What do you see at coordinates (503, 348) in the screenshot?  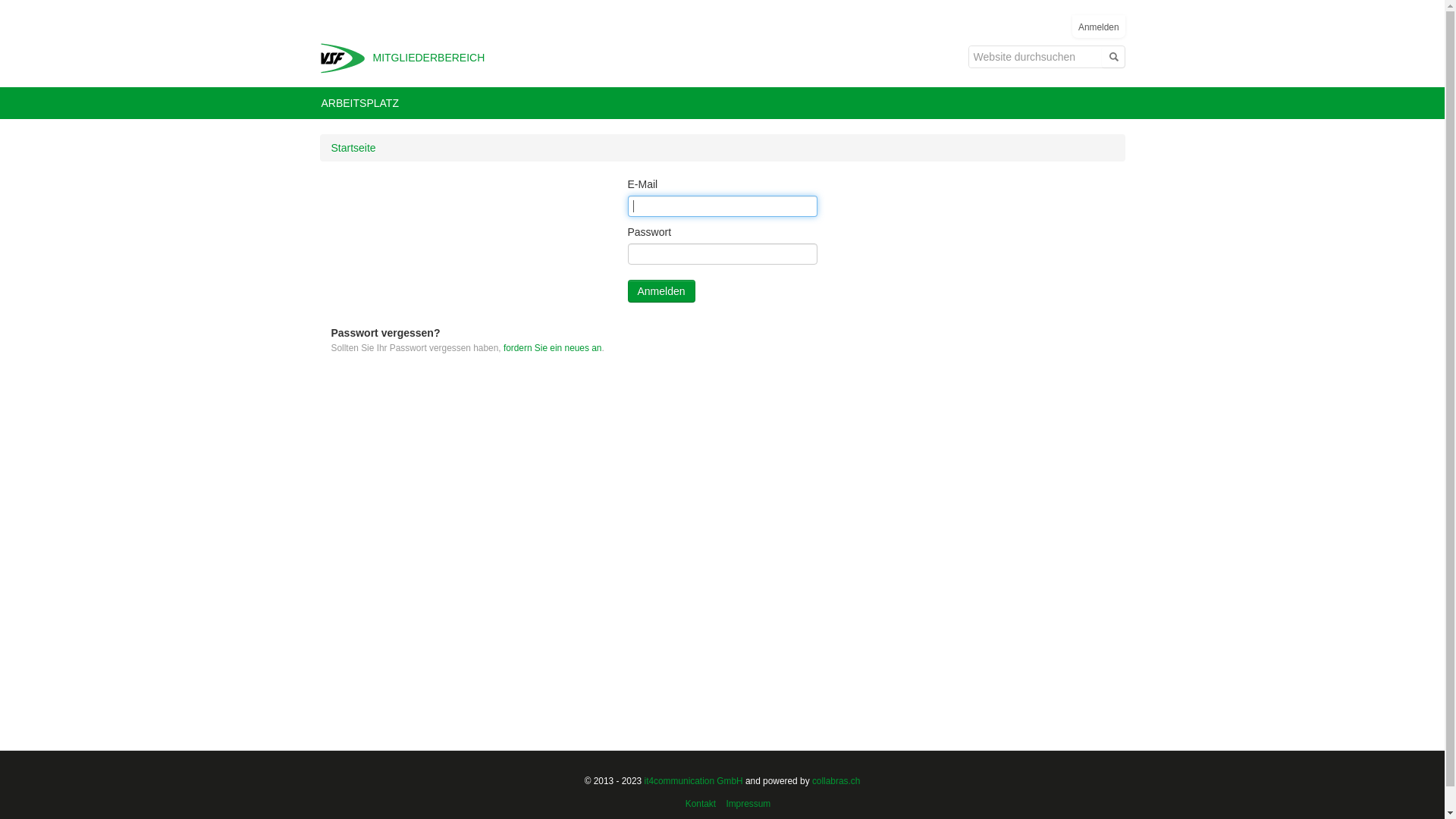 I see `'fordern Sie ein neues an'` at bounding box center [503, 348].